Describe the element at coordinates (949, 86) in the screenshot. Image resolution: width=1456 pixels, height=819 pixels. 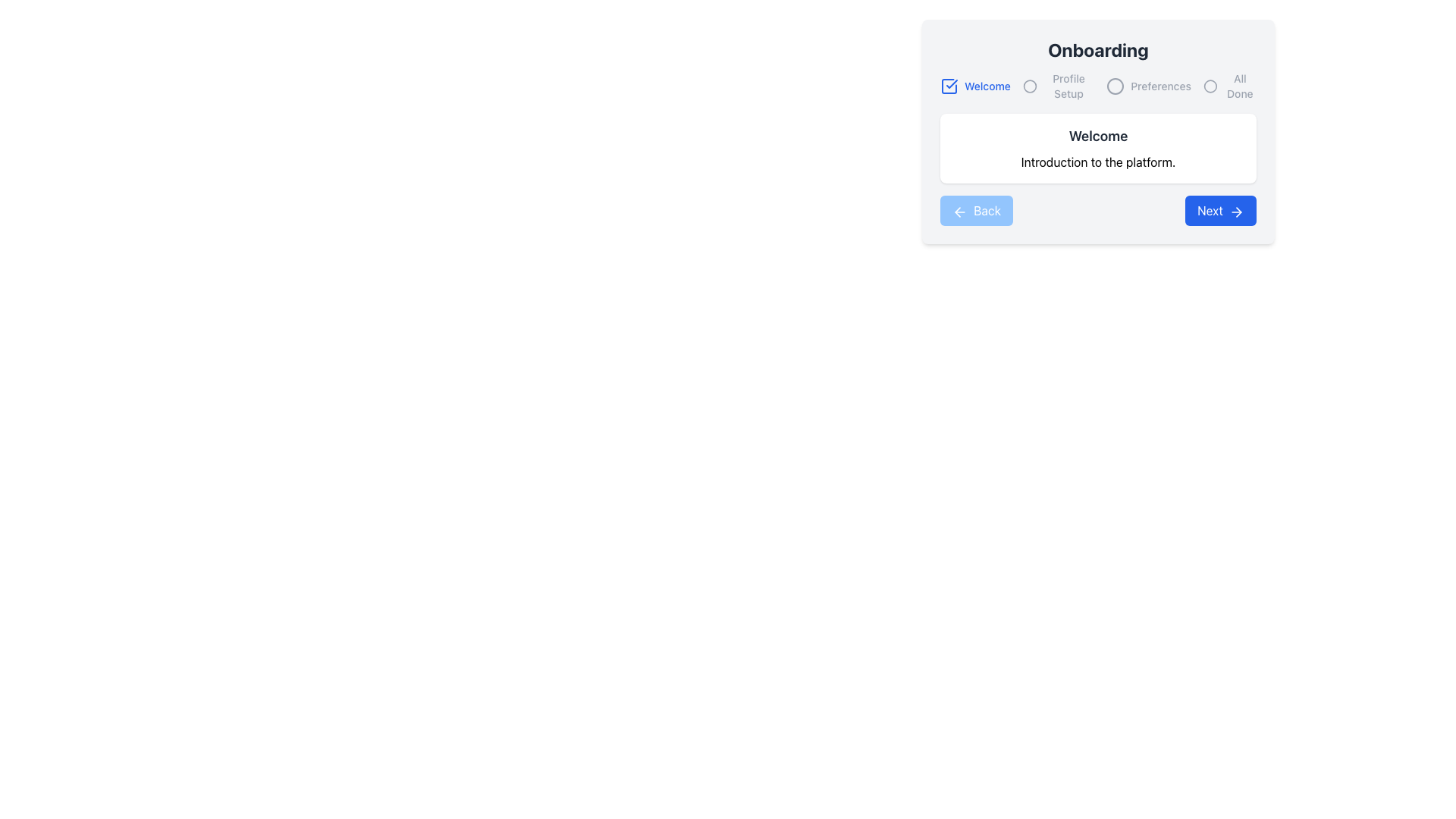
I see `the onboarding 'Welcome' icon, which visually indicates the active step in the onboarding process, located to the left of the 'Welcome' text label` at that location.